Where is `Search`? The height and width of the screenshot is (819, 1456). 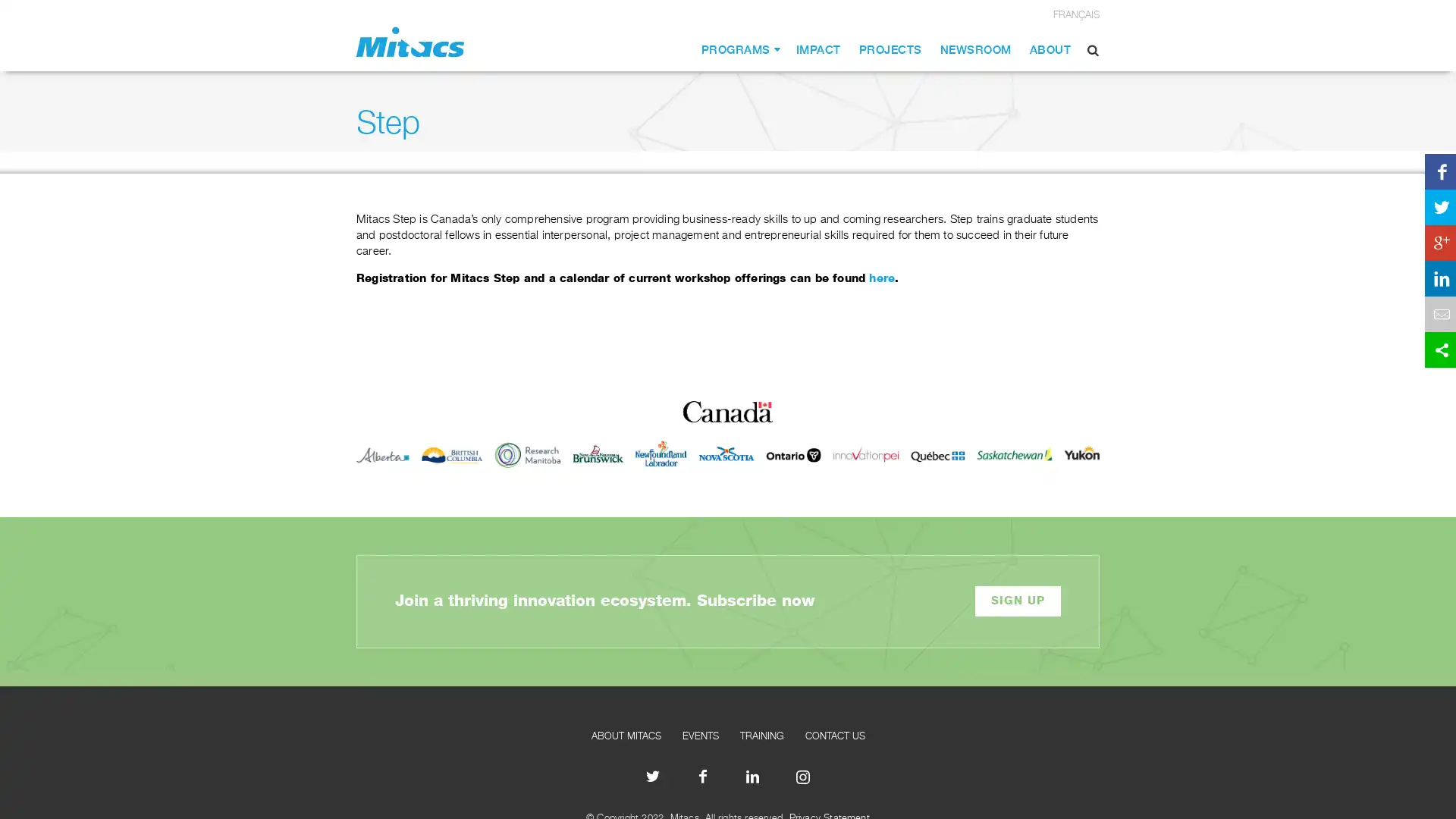
Search is located at coordinates (1093, 49).